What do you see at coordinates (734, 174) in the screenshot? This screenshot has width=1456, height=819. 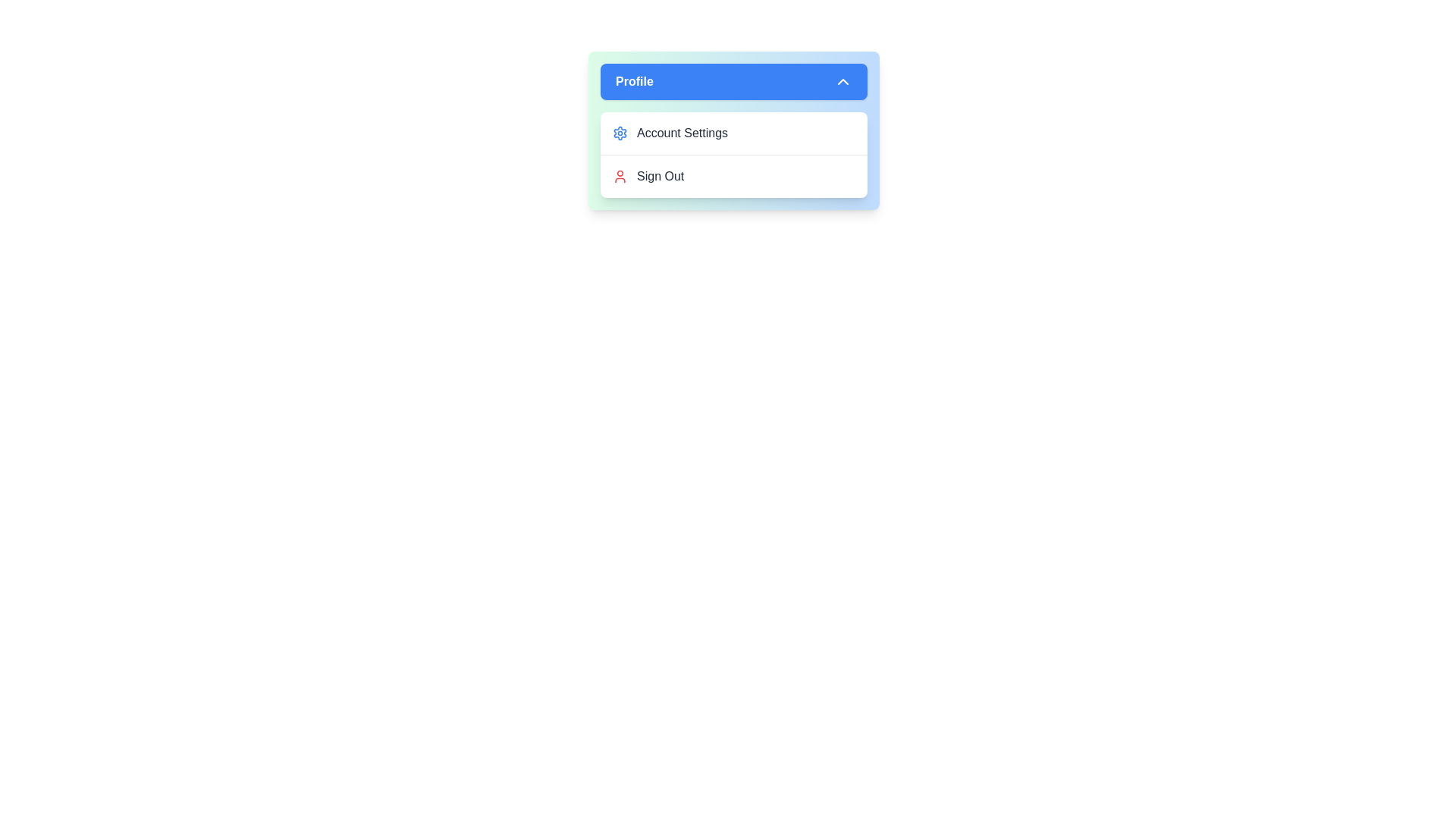 I see `the 'Sign Out' option in the ProfileMenu` at bounding box center [734, 174].